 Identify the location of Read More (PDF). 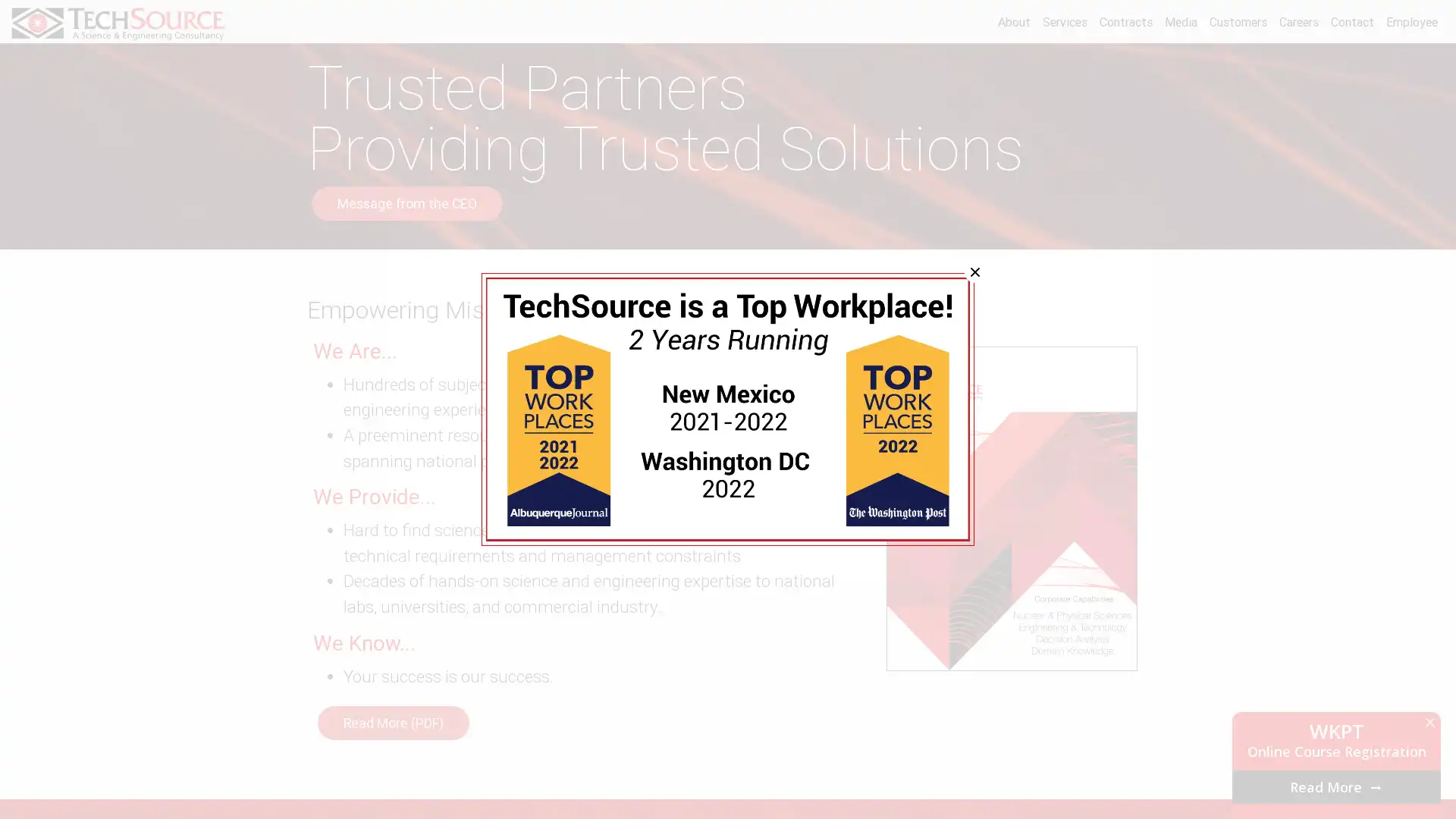
(393, 722).